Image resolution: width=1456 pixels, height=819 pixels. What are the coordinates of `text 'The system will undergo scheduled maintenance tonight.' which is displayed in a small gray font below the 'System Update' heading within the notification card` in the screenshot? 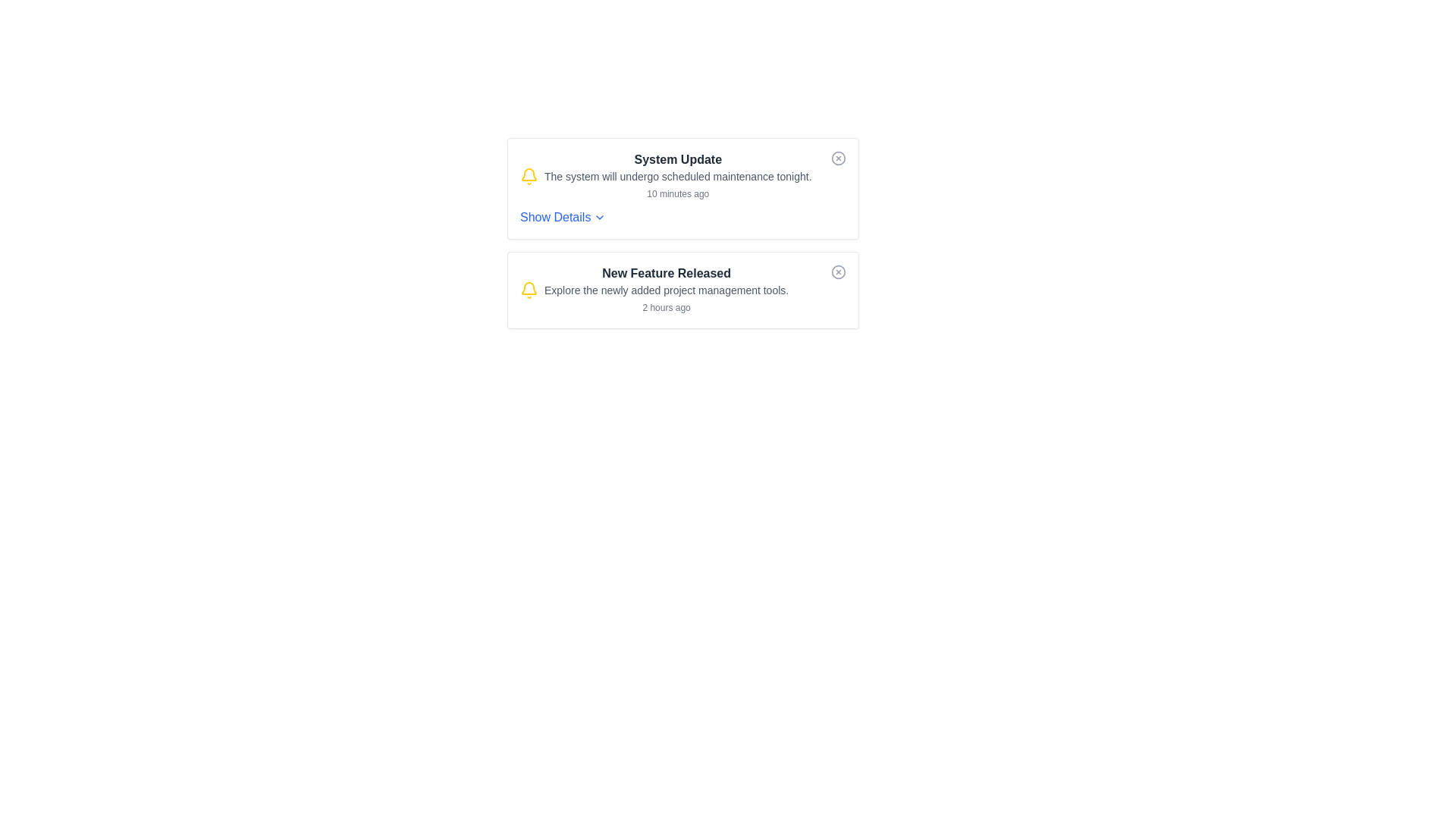 It's located at (677, 175).